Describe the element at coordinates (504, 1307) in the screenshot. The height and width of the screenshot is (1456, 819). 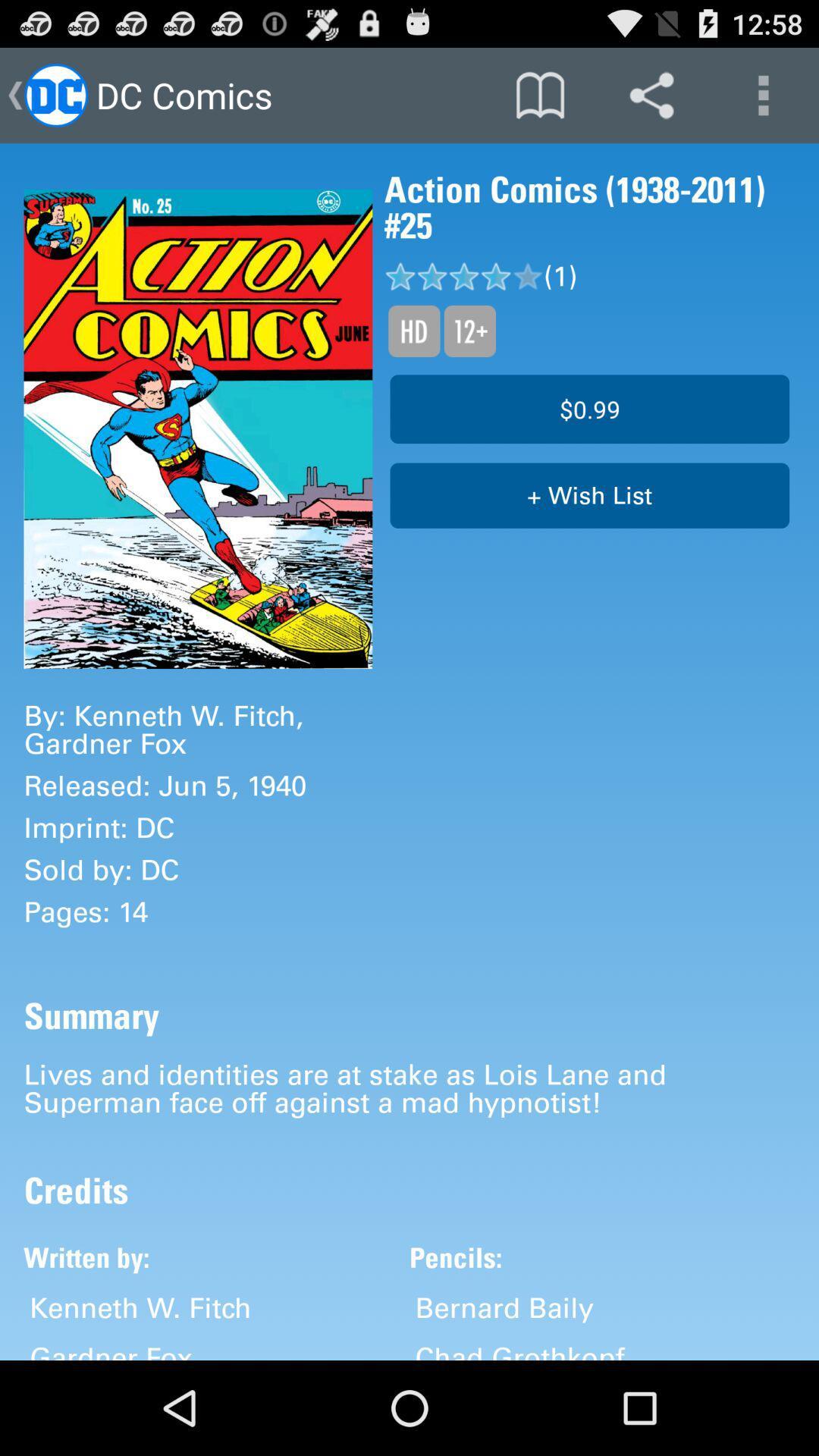
I see `the item to the right of the kenneth w. fitch item` at that location.